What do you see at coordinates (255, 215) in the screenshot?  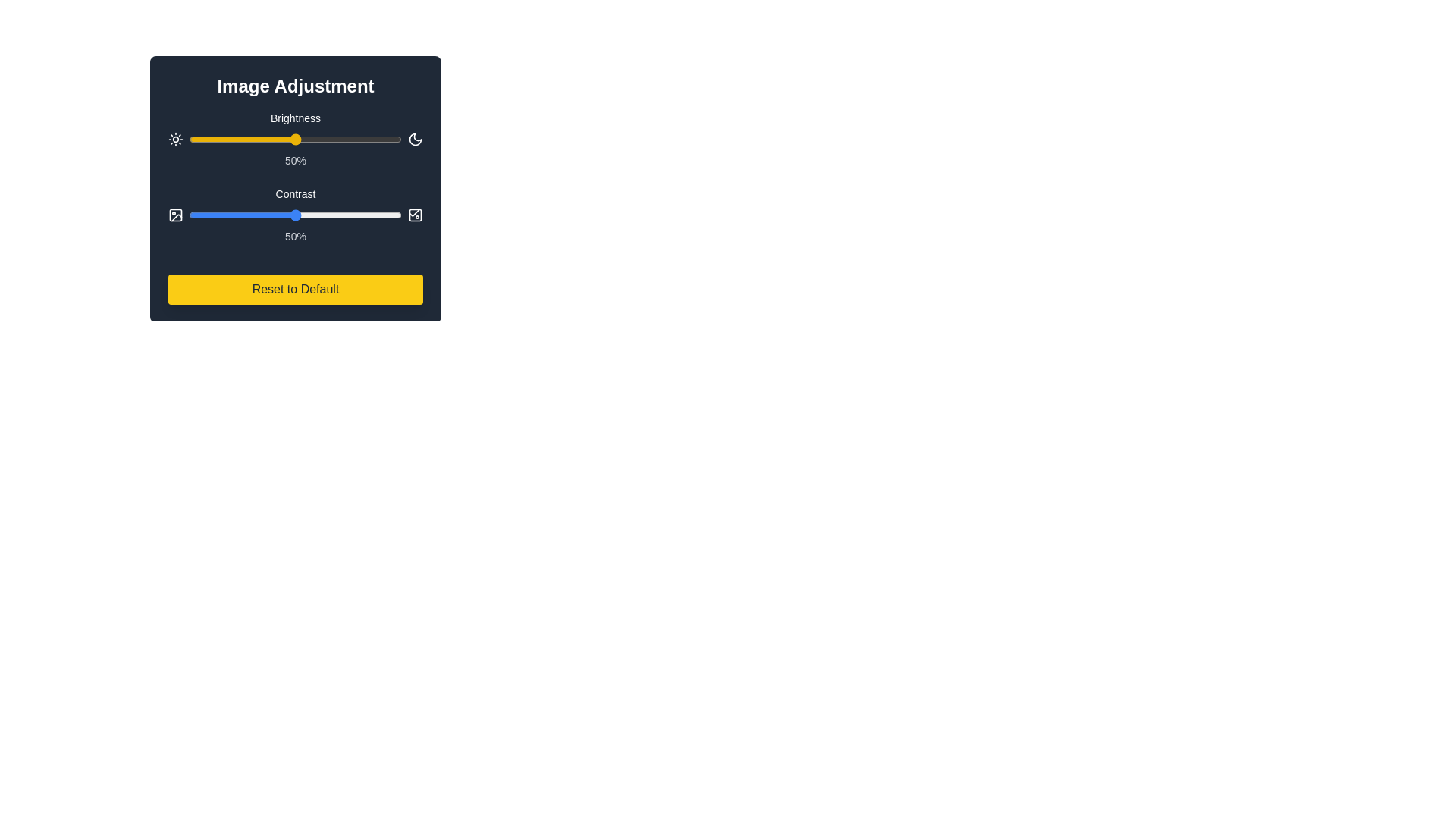 I see `the contrast level` at bounding box center [255, 215].